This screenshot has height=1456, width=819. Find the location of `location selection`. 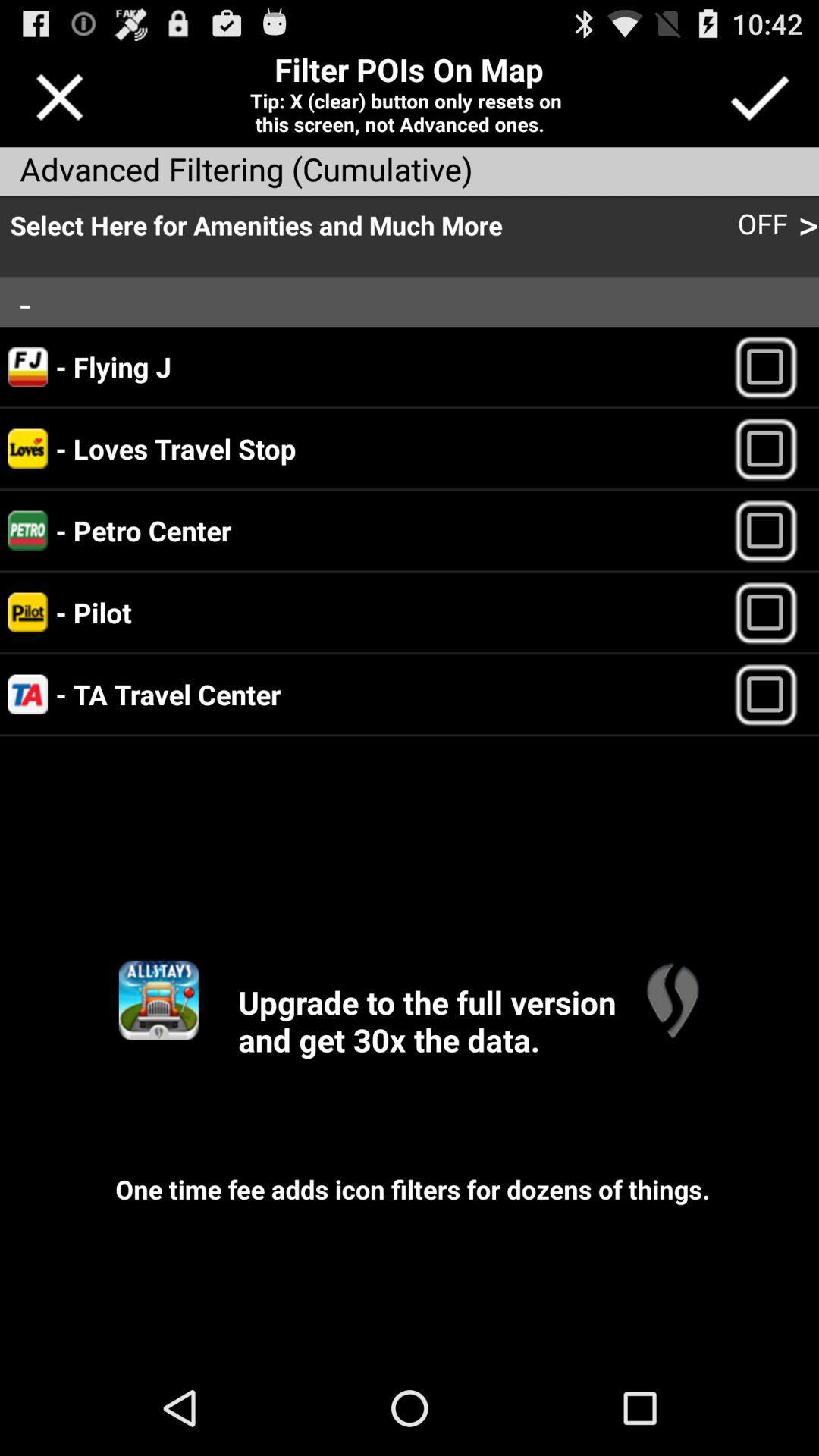

location selection is located at coordinates (773, 447).